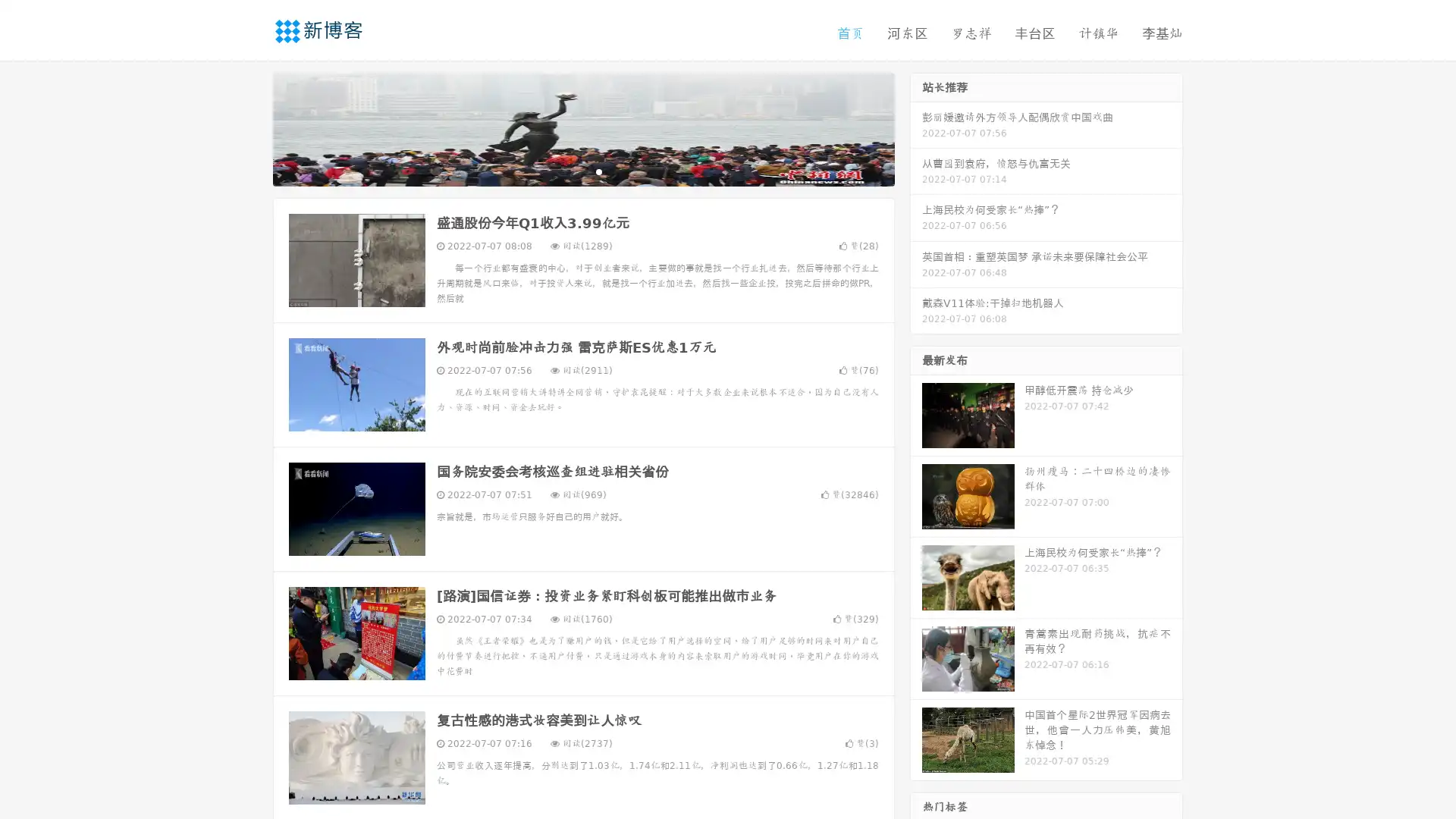 The height and width of the screenshot is (819, 1456). Describe the element at coordinates (916, 127) in the screenshot. I see `Next slide` at that location.